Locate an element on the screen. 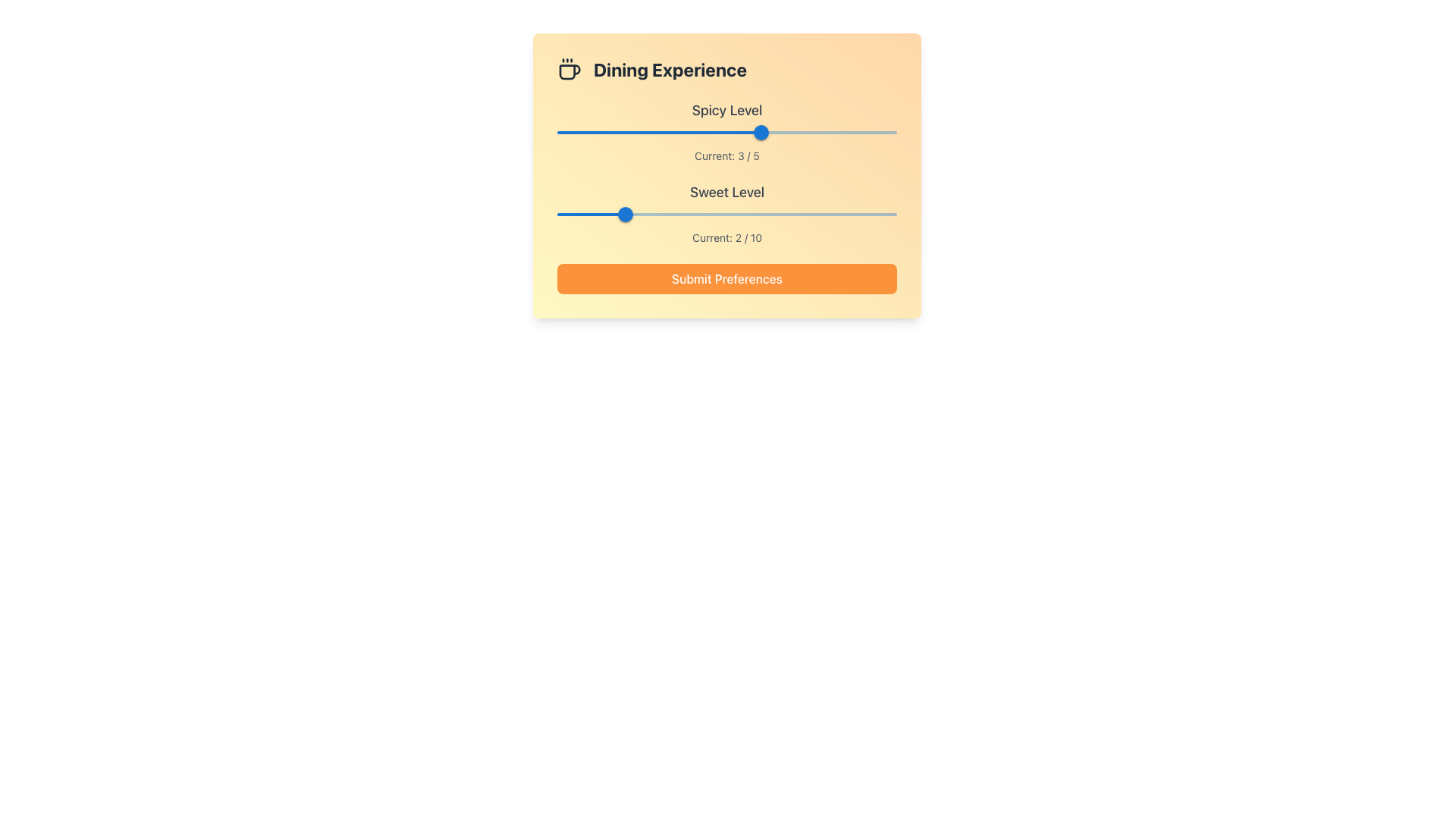  slider is located at coordinates (626, 214).